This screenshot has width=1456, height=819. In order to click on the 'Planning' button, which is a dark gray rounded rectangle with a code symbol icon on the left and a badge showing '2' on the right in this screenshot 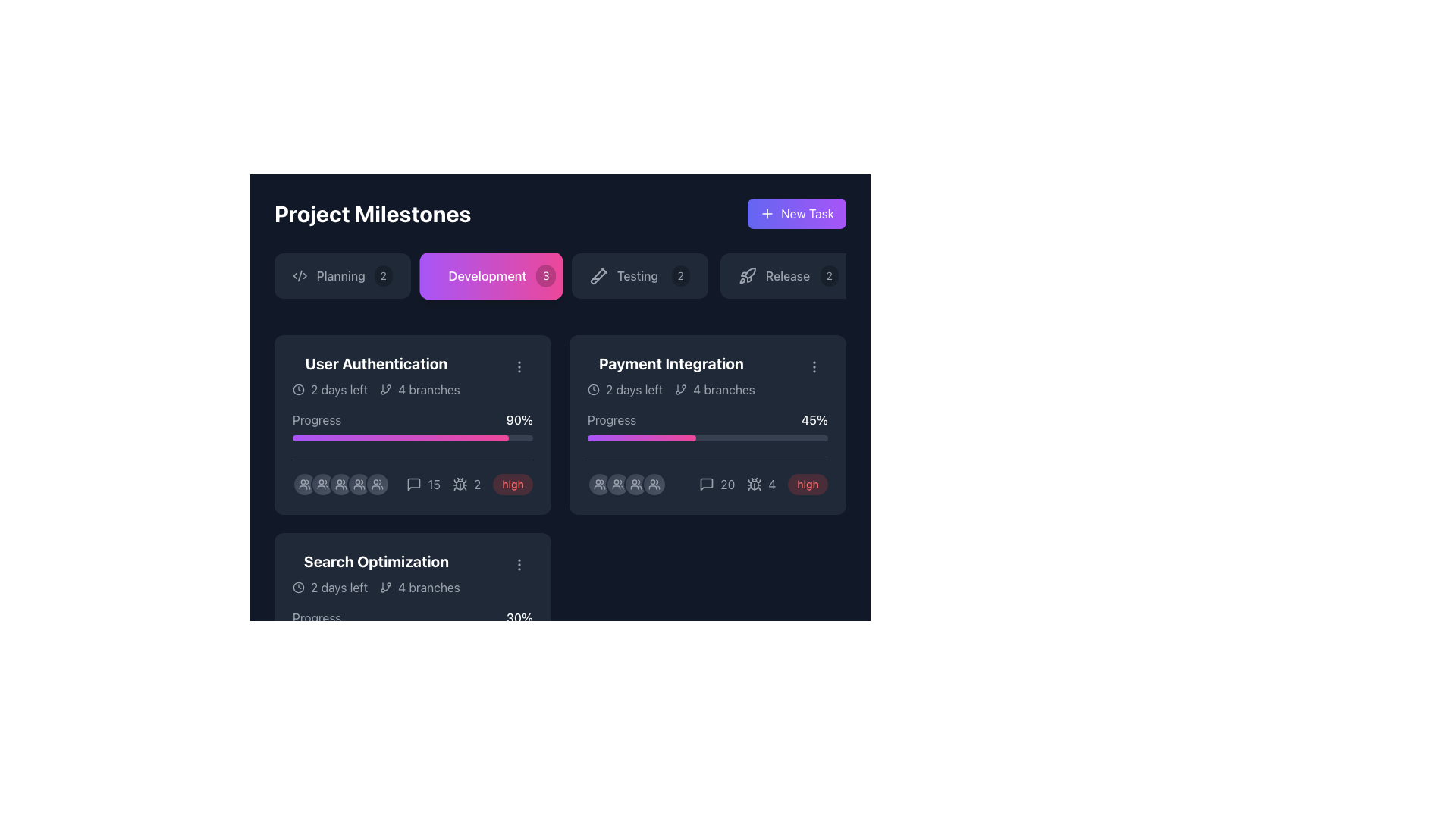, I will do `click(341, 275)`.